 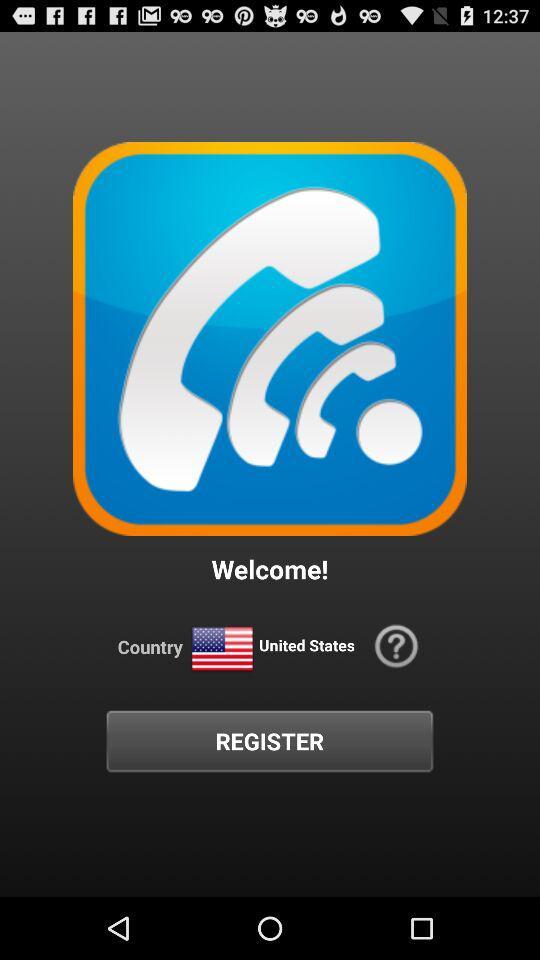 I want to click on the icon to the right of the united states icon, so click(x=396, y=645).